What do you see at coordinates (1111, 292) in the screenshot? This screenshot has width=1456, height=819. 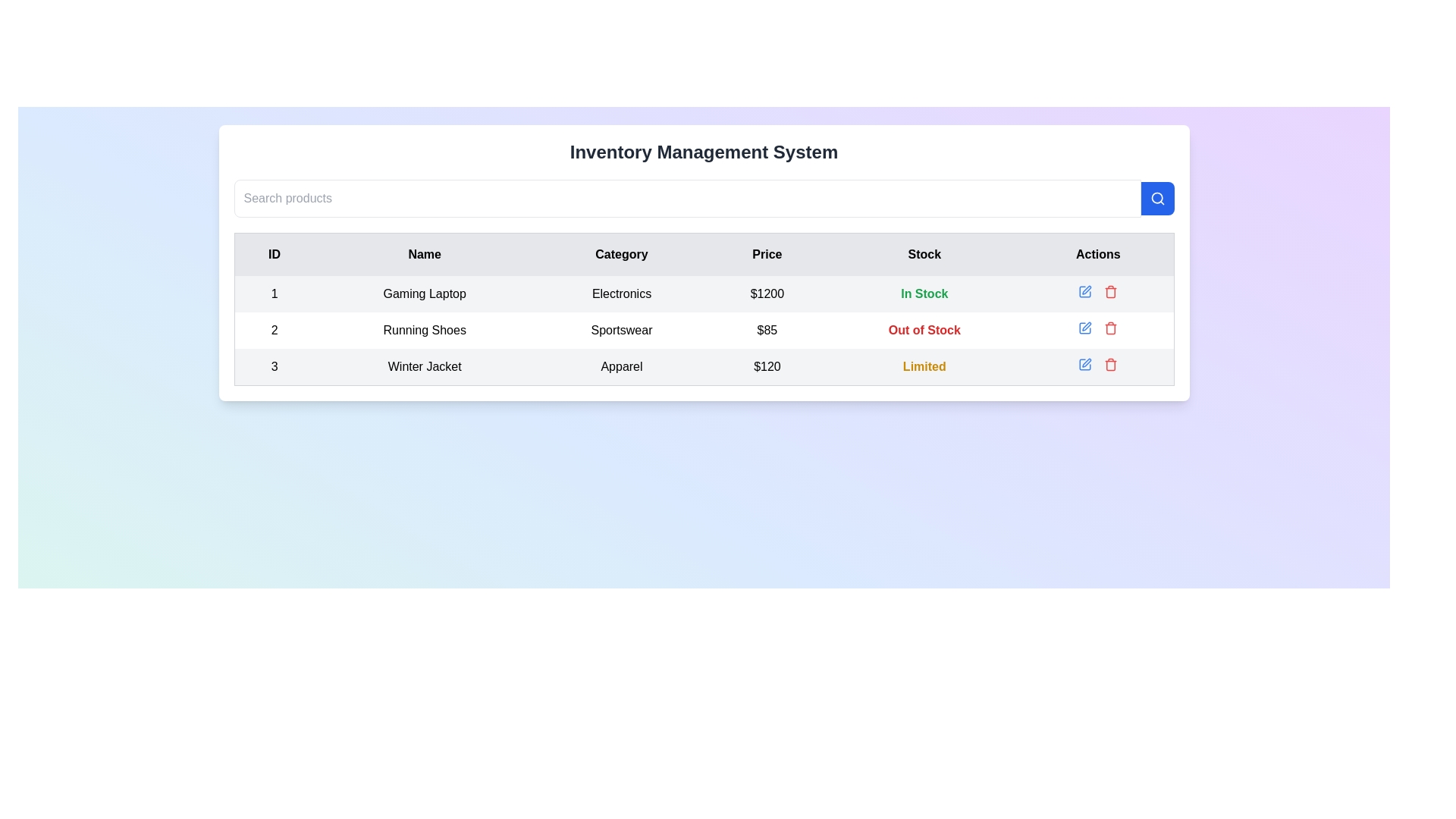 I see `the delete button located in the 'Actions' column of the table` at bounding box center [1111, 292].